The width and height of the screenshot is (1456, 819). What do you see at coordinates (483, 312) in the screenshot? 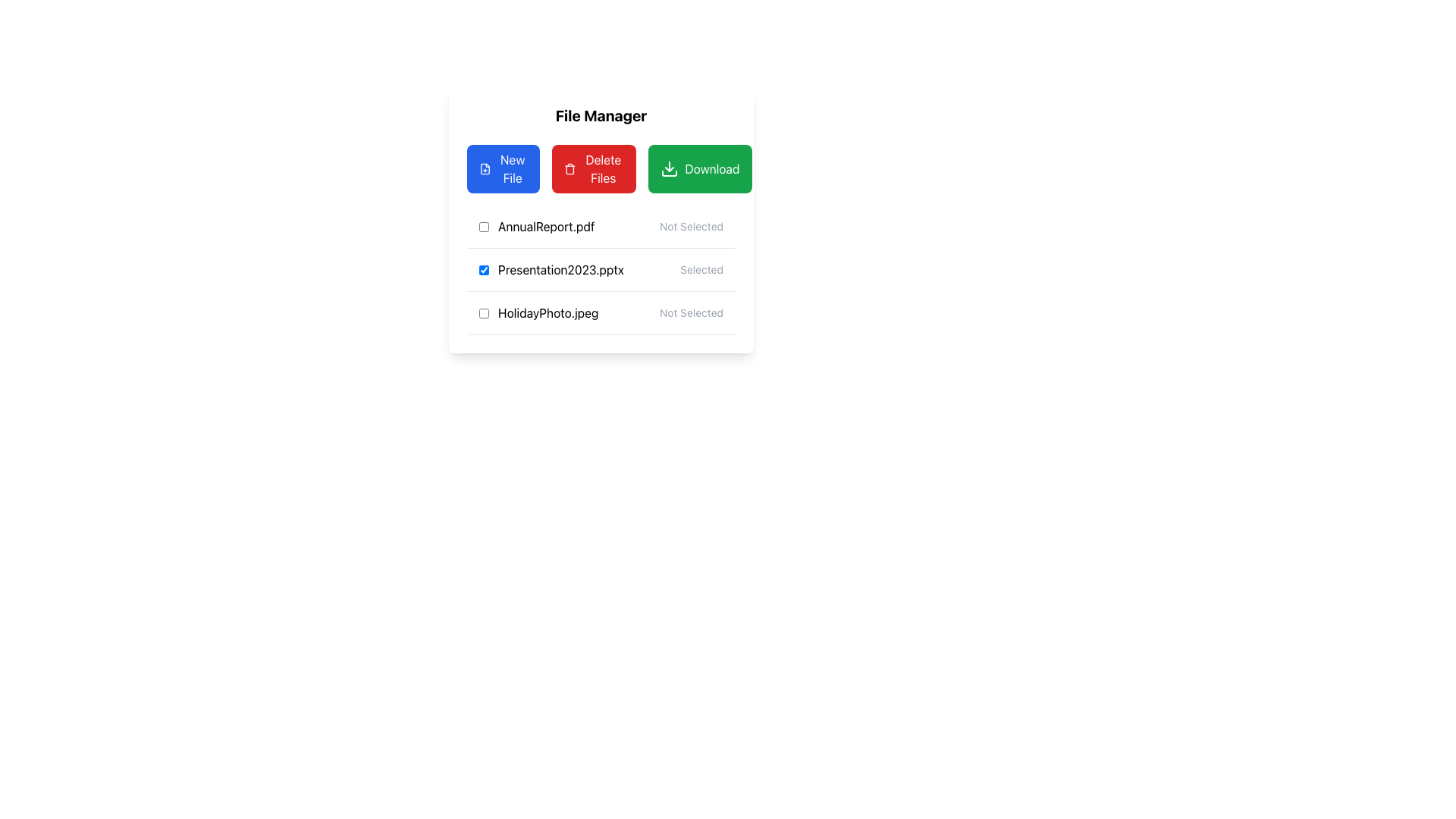
I see `the checkbox associated with the file 'HolidayPhoto.jpeg'` at bounding box center [483, 312].